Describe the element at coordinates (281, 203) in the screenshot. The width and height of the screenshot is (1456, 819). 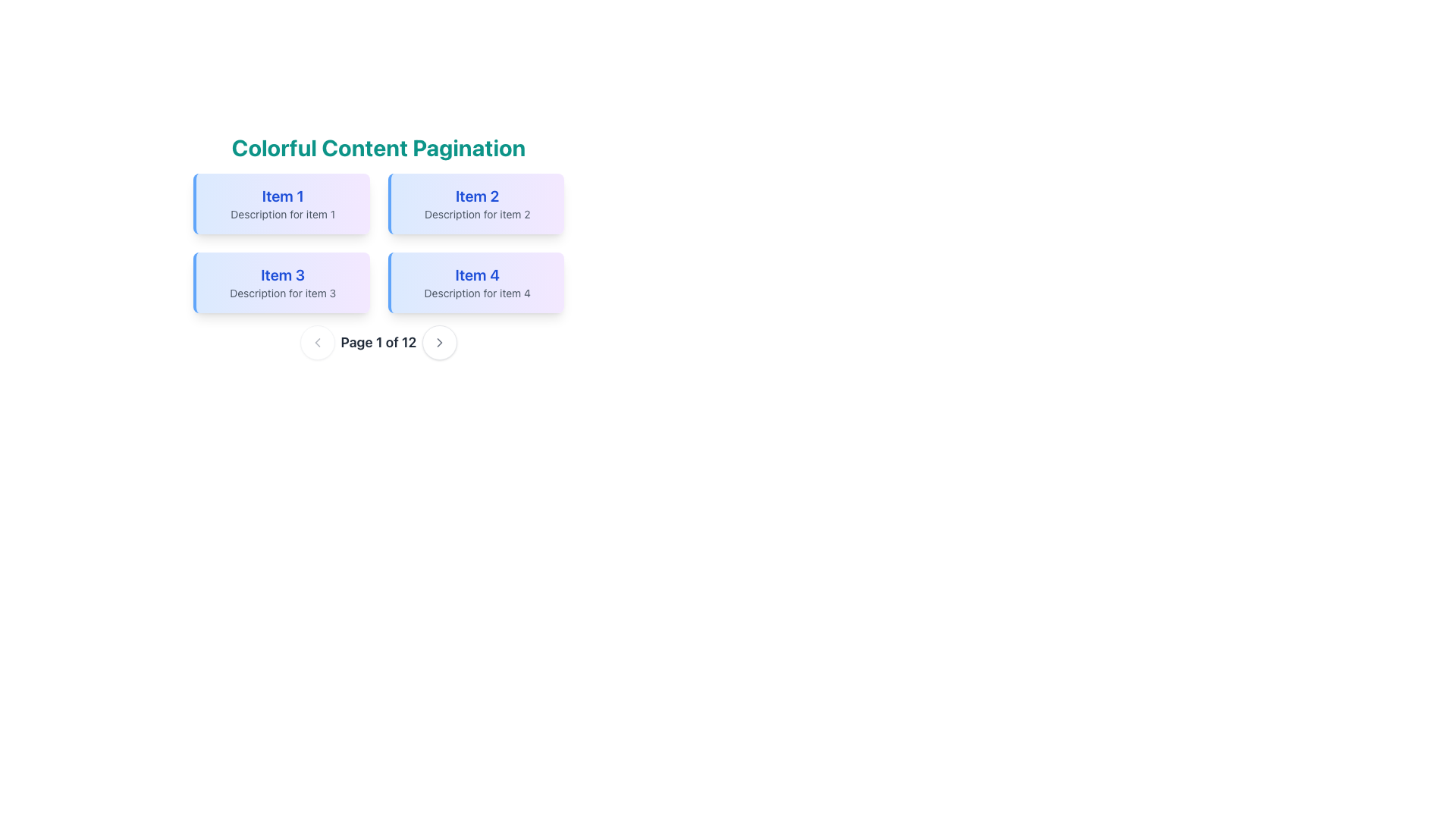
I see `the first card component in the grid layout with a gradient background, containing the title 'Item 1' and description 'Description for item 1'` at that location.